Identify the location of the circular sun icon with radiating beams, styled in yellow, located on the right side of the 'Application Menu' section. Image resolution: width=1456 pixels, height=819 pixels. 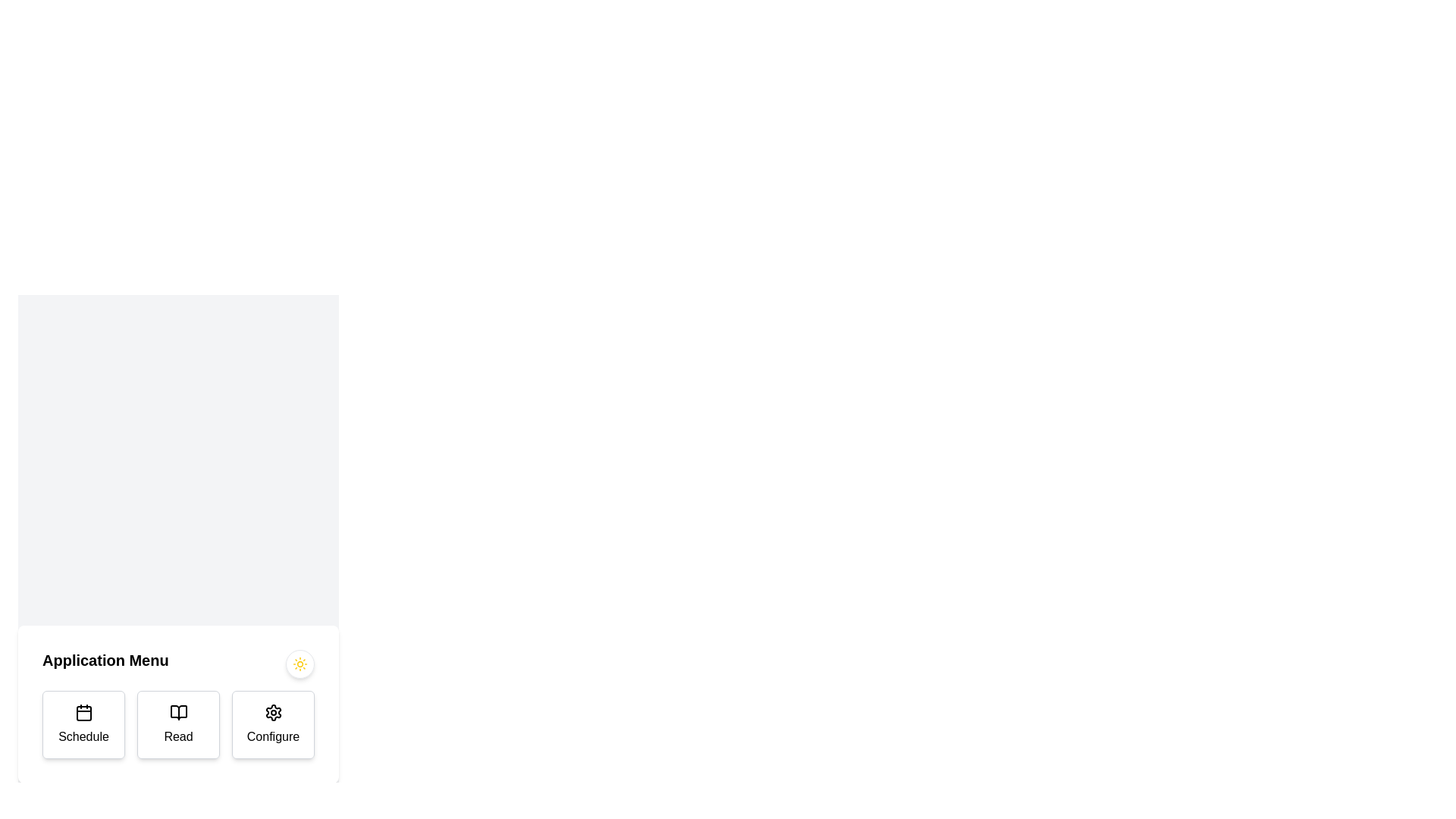
(300, 663).